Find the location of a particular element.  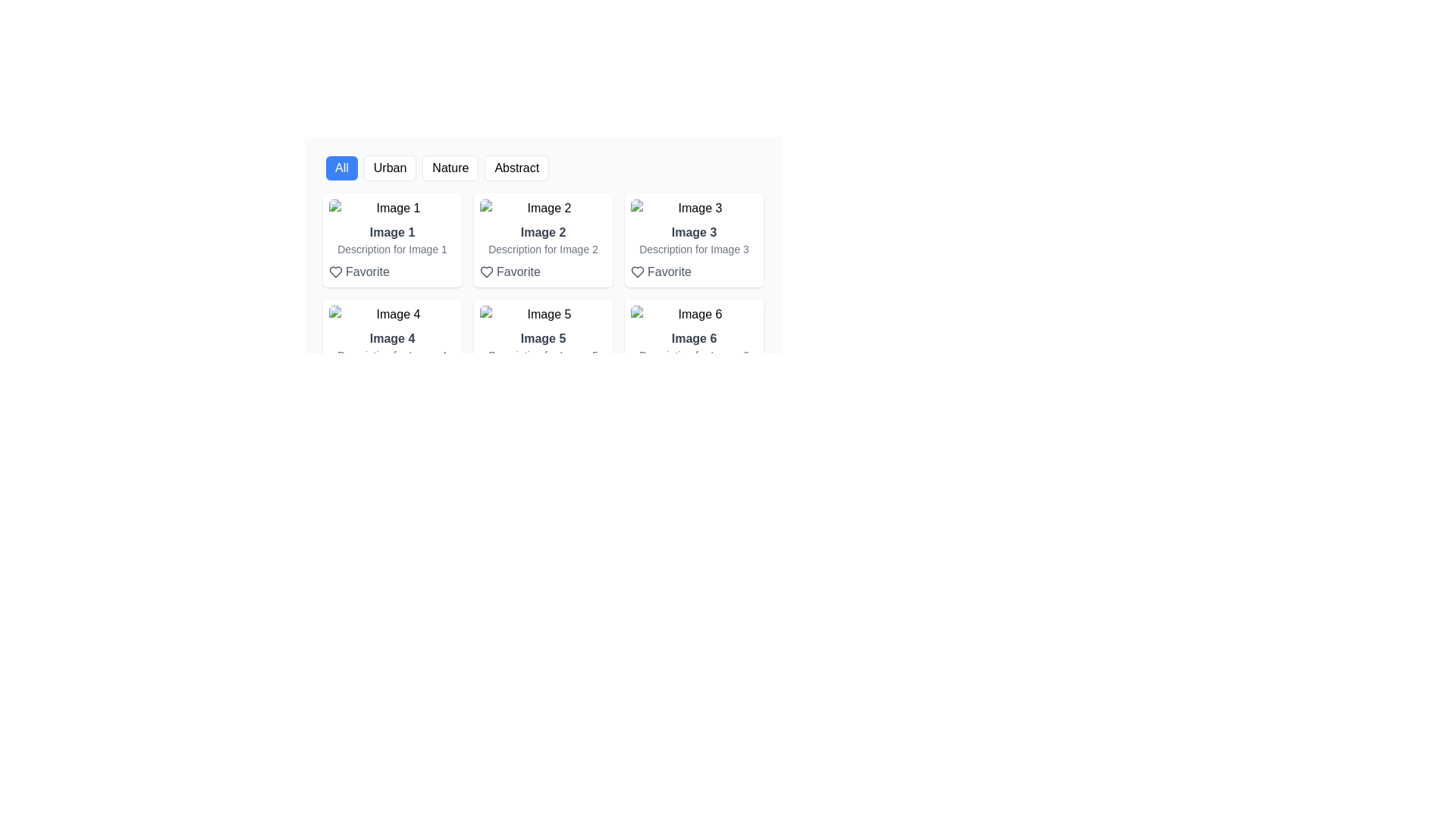

the 'Nature' button, which is the third button in a horizontal row of buttons, to apply the 'Nature' filter and update the displayed content is located at coordinates (450, 168).